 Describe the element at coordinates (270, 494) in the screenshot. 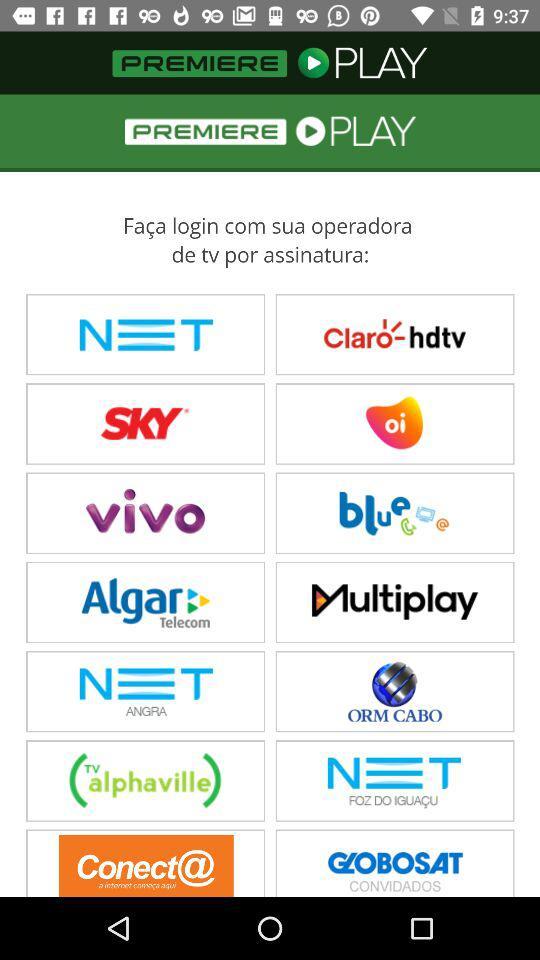

I see `full page` at that location.